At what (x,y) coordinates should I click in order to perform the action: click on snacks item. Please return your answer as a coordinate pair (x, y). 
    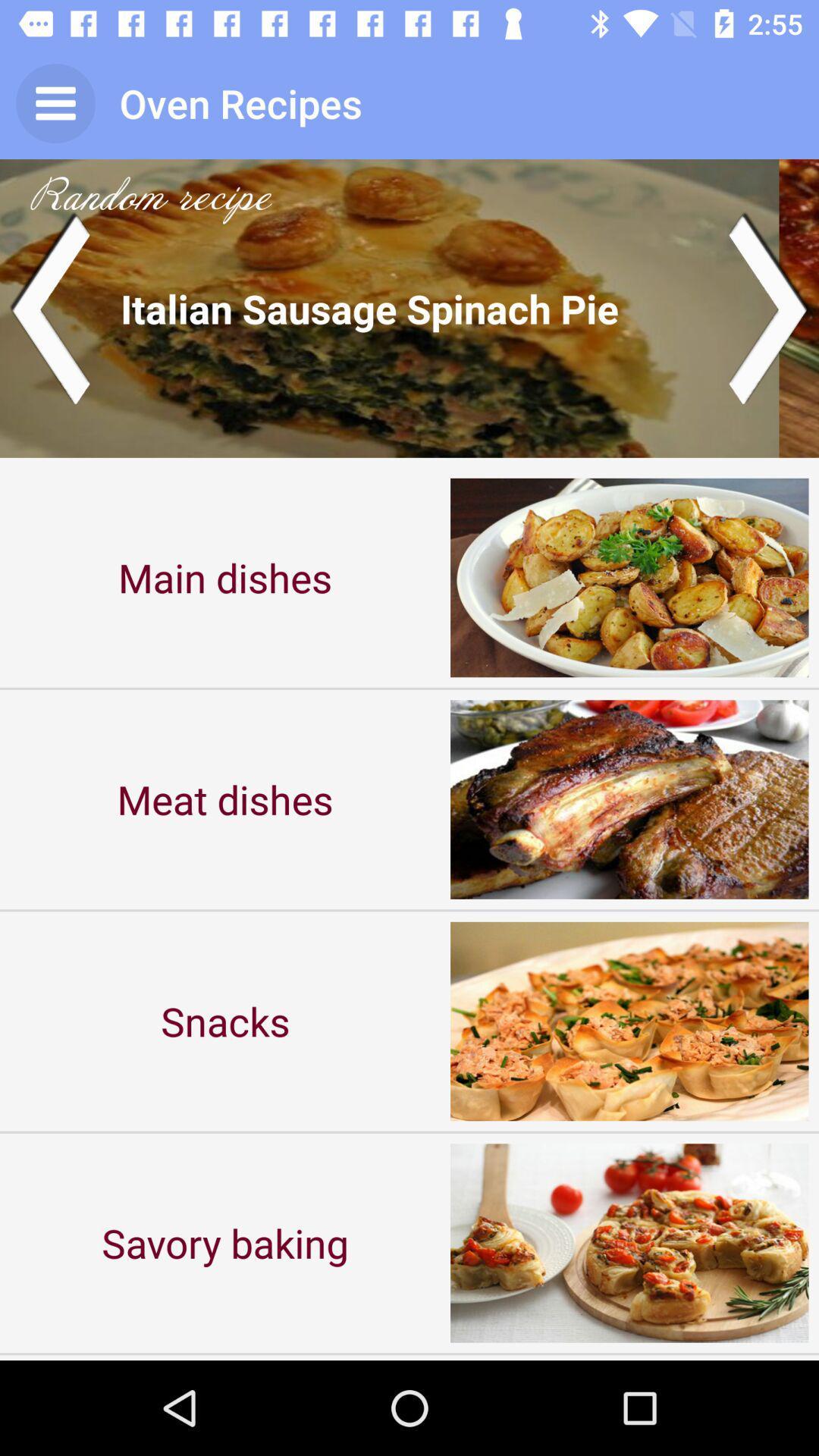
    Looking at the image, I should click on (225, 1021).